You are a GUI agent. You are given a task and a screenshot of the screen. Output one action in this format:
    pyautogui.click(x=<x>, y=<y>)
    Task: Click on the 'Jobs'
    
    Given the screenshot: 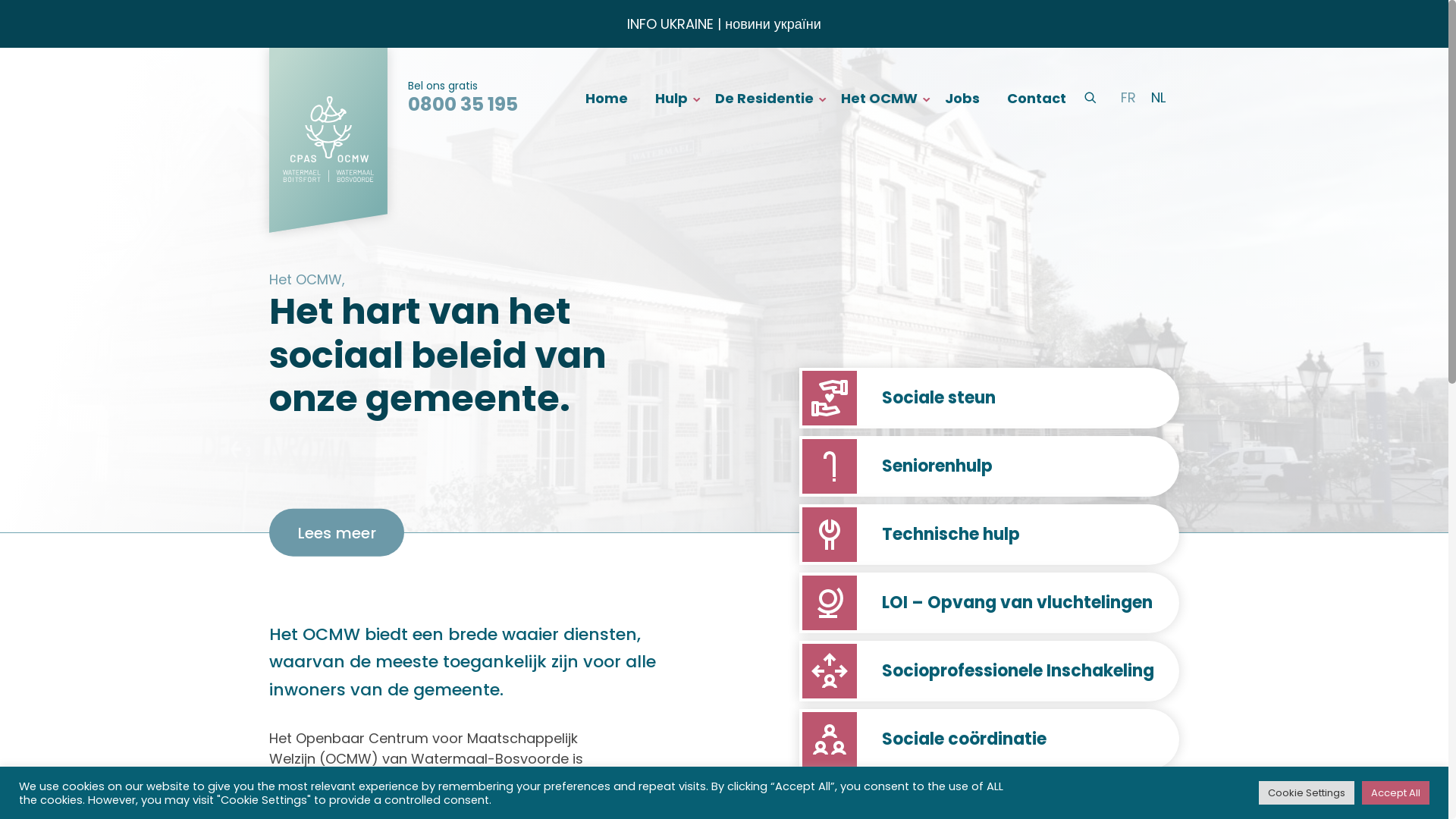 What is the action you would take?
    pyautogui.click(x=961, y=97)
    